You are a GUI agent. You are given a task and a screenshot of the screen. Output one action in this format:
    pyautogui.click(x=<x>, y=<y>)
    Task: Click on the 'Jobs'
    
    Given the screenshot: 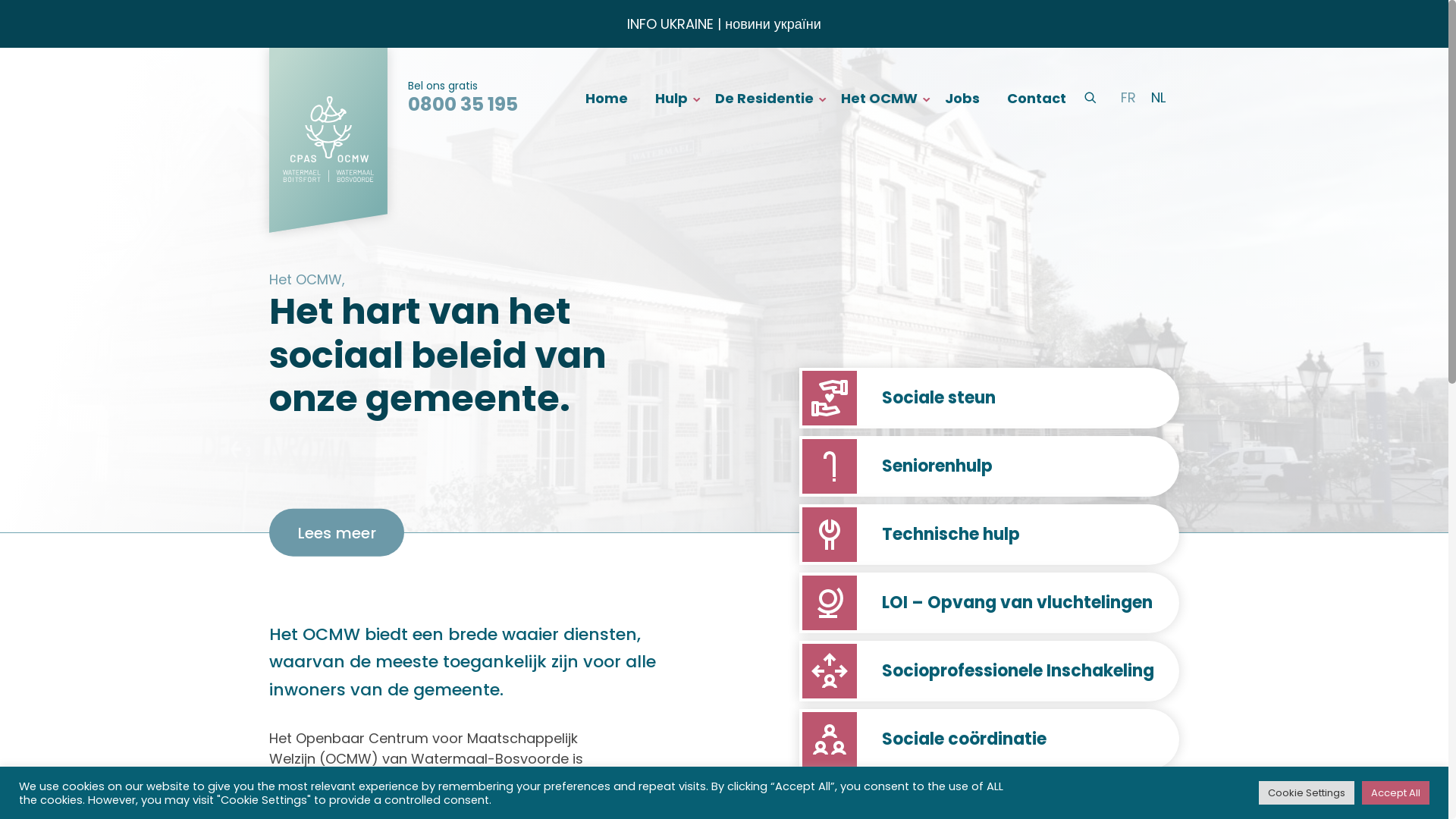 What is the action you would take?
    pyautogui.click(x=961, y=97)
    